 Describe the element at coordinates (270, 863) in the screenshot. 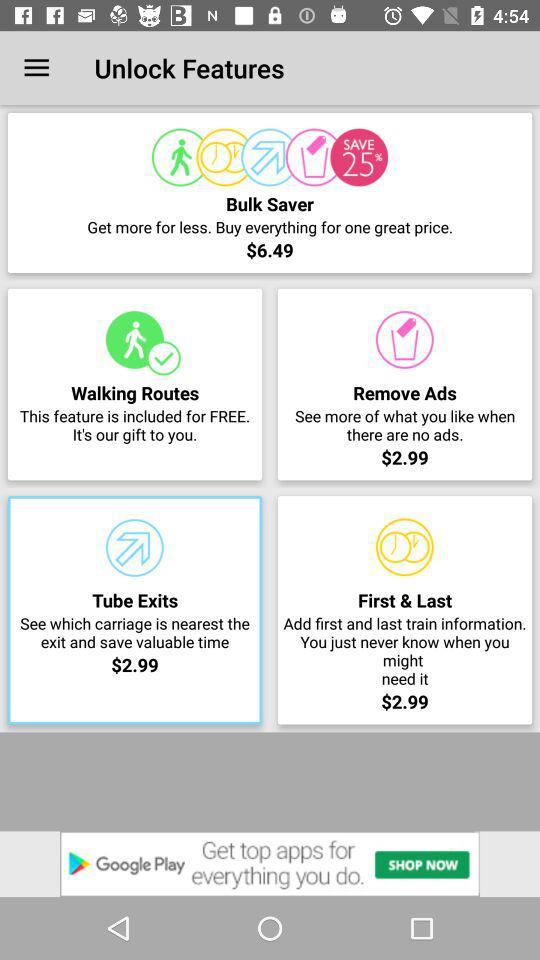

I see `the item below the $2.99 item` at that location.